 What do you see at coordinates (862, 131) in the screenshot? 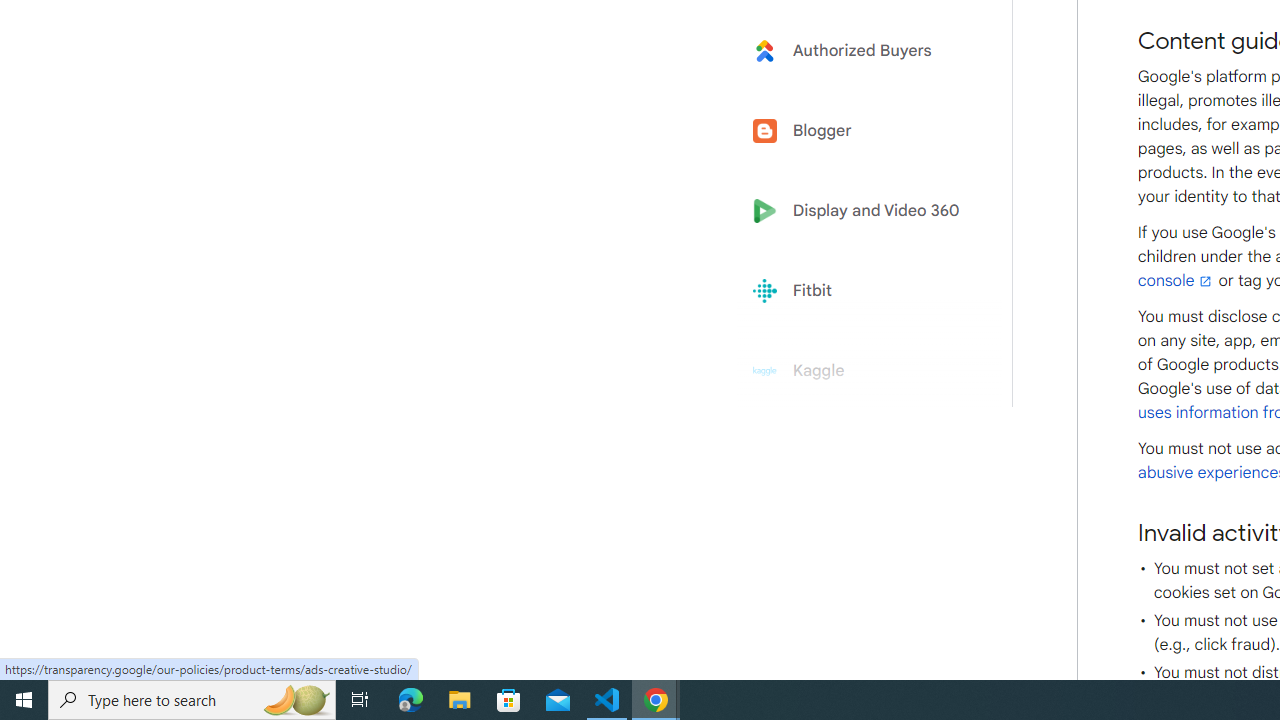
I see `'Blogger'` at bounding box center [862, 131].